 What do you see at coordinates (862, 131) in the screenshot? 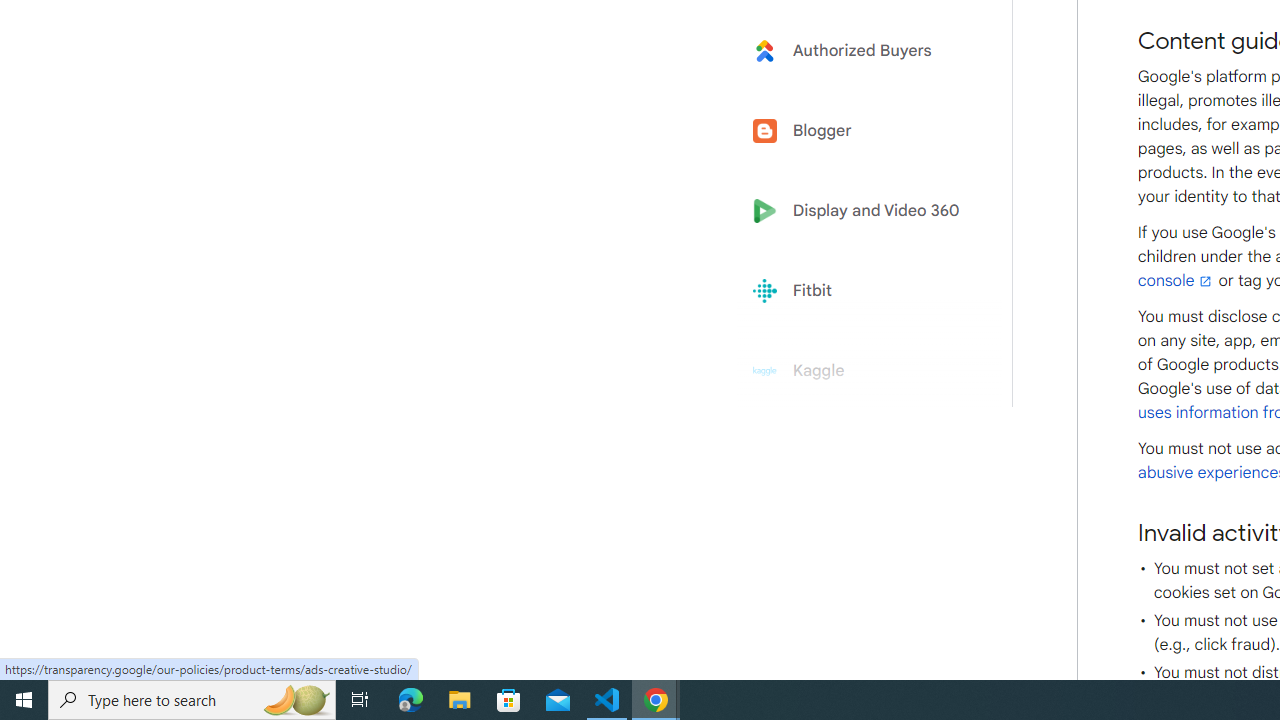
I see `'Blogger'` at bounding box center [862, 131].